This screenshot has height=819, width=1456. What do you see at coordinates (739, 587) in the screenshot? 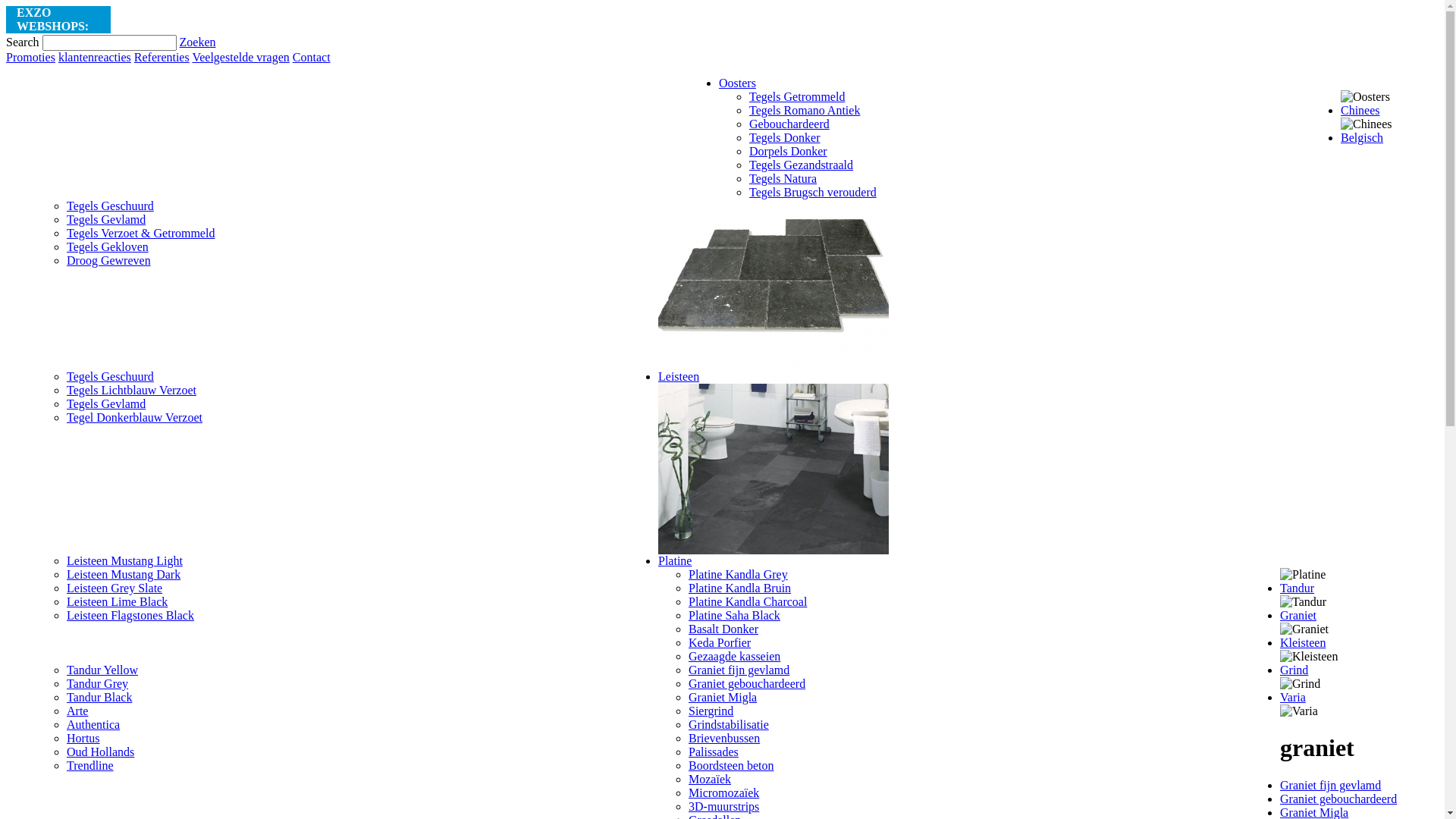
I see `'Platine Kandla Bruin'` at bounding box center [739, 587].